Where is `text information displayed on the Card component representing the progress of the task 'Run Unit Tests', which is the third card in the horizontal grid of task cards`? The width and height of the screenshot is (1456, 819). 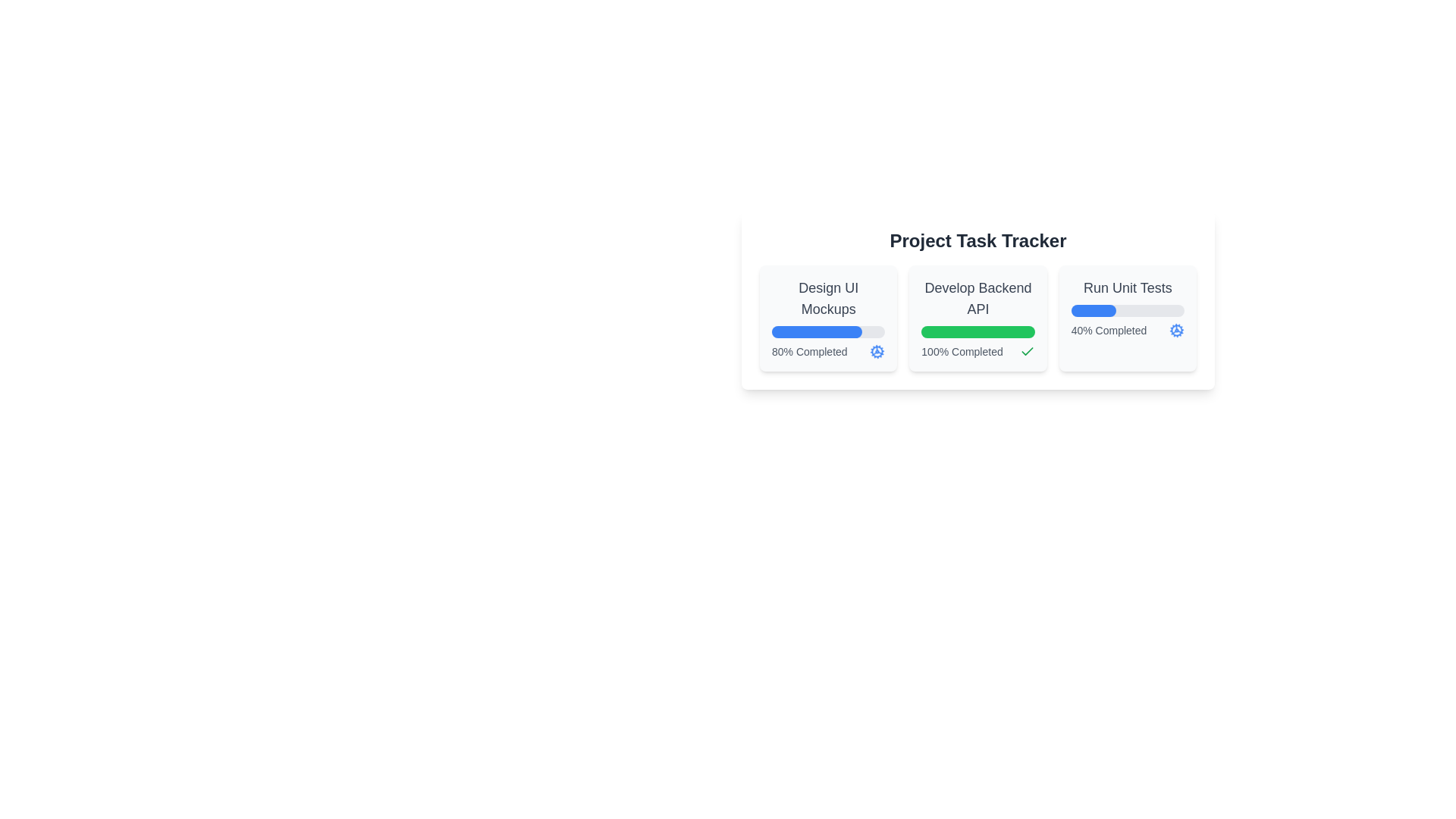 text information displayed on the Card component representing the progress of the task 'Run Unit Tests', which is the third card in the horizontal grid of task cards is located at coordinates (1128, 318).